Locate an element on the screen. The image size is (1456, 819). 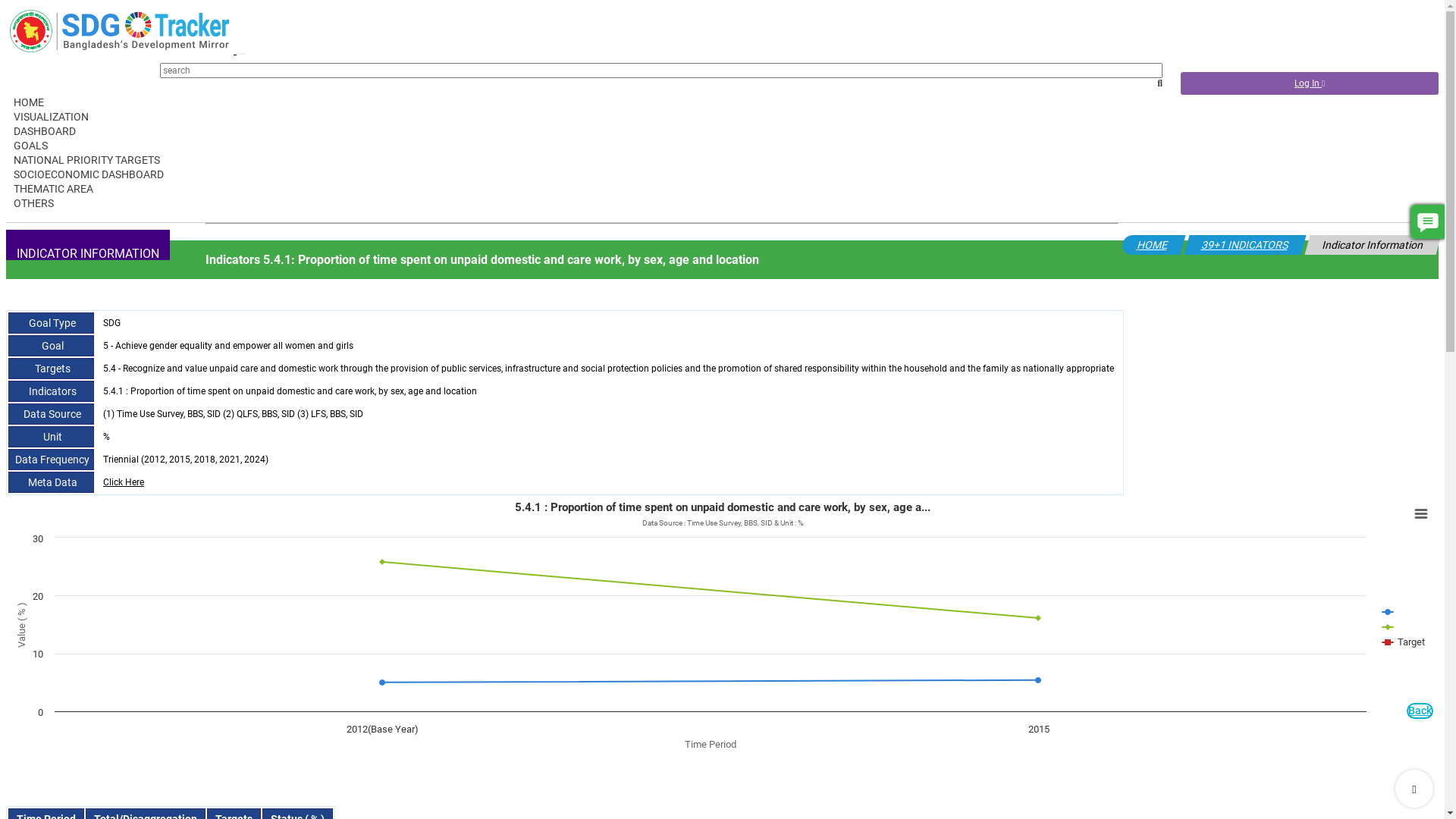
'Log In' is located at coordinates (1309, 83).